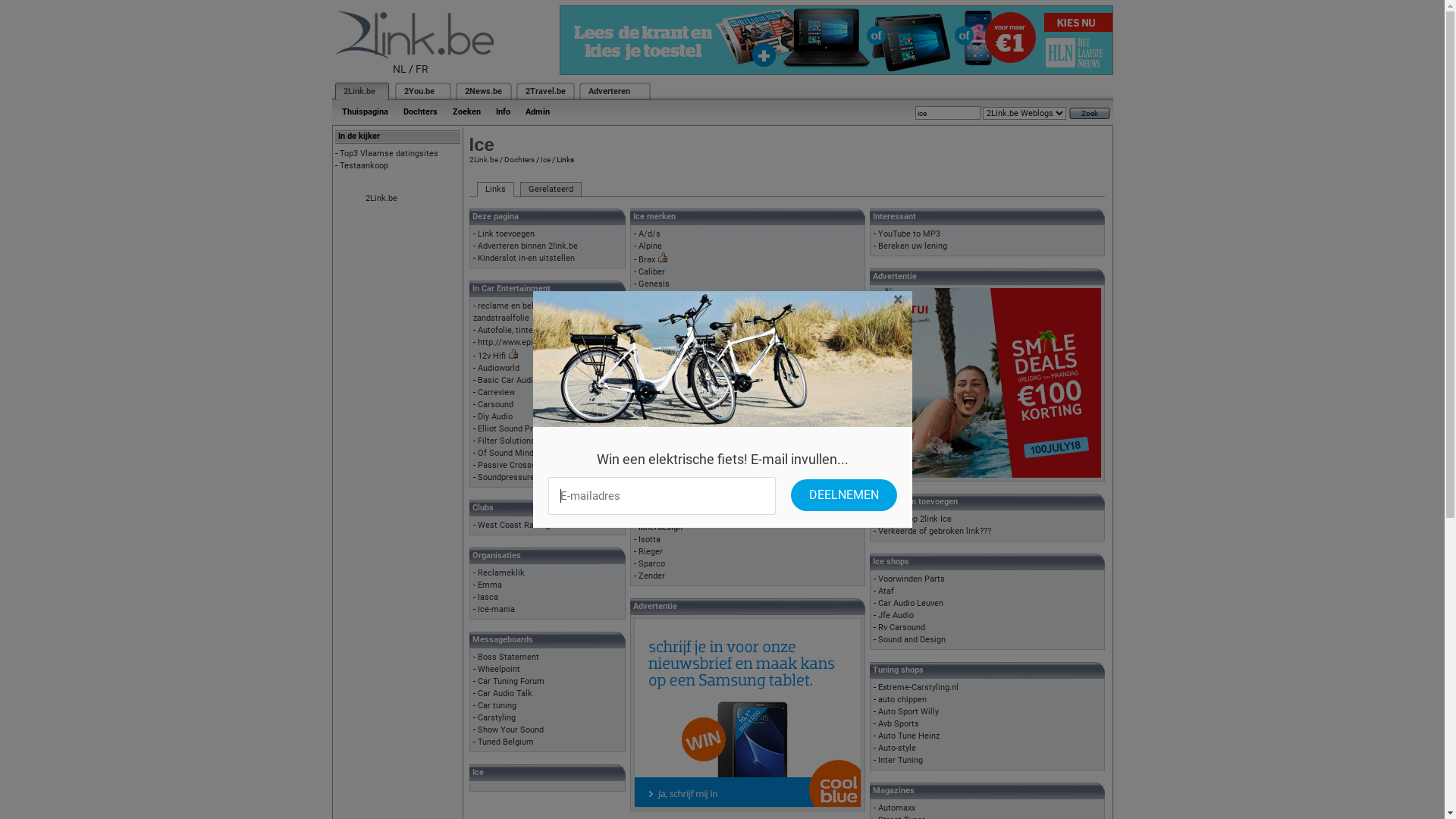  Describe the element at coordinates (649, 234) in the screenshot. I see `'A/d/s'` at that location.